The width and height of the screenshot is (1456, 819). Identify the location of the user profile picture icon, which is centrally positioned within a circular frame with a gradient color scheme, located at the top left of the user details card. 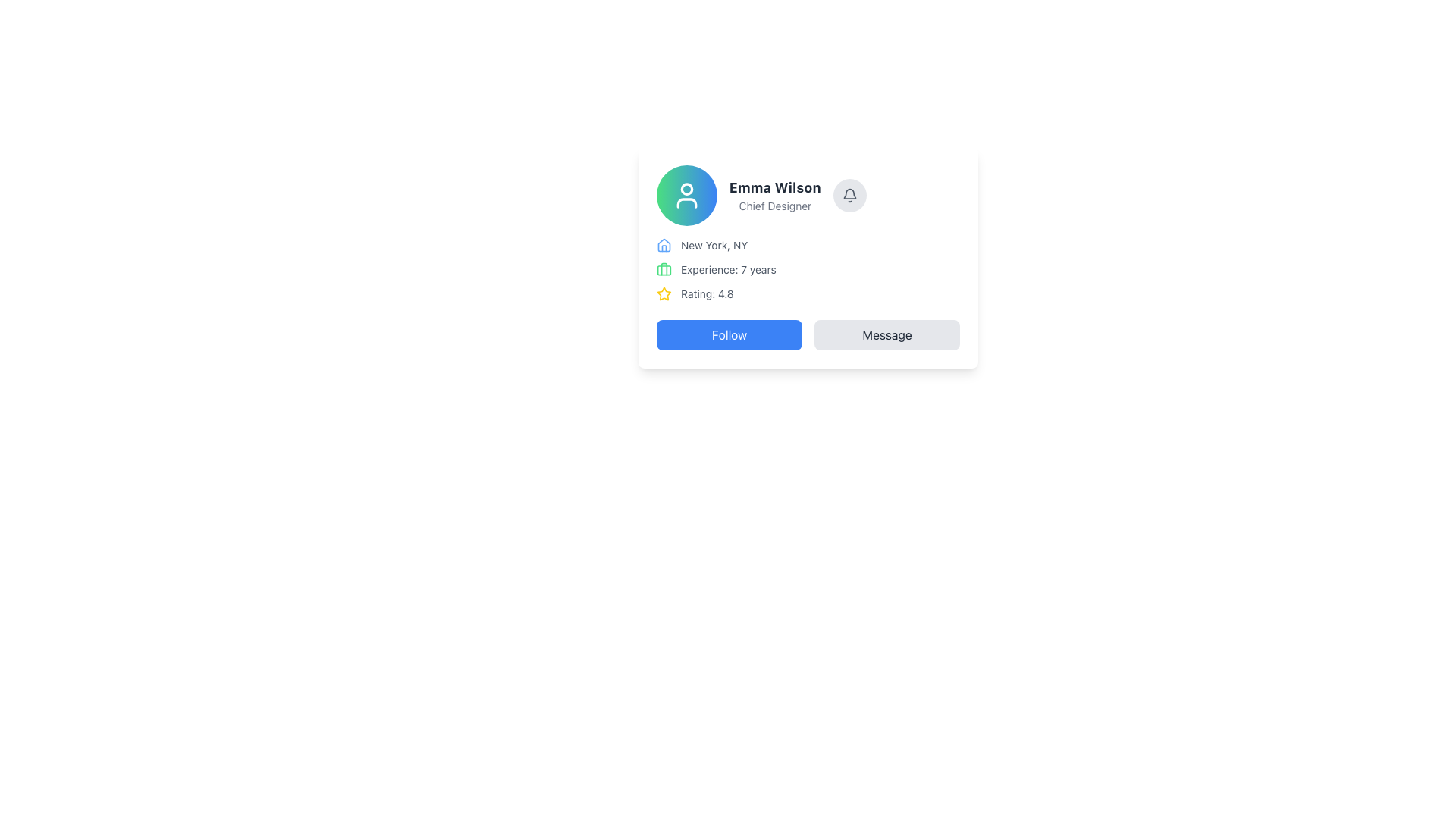
(686, 195).